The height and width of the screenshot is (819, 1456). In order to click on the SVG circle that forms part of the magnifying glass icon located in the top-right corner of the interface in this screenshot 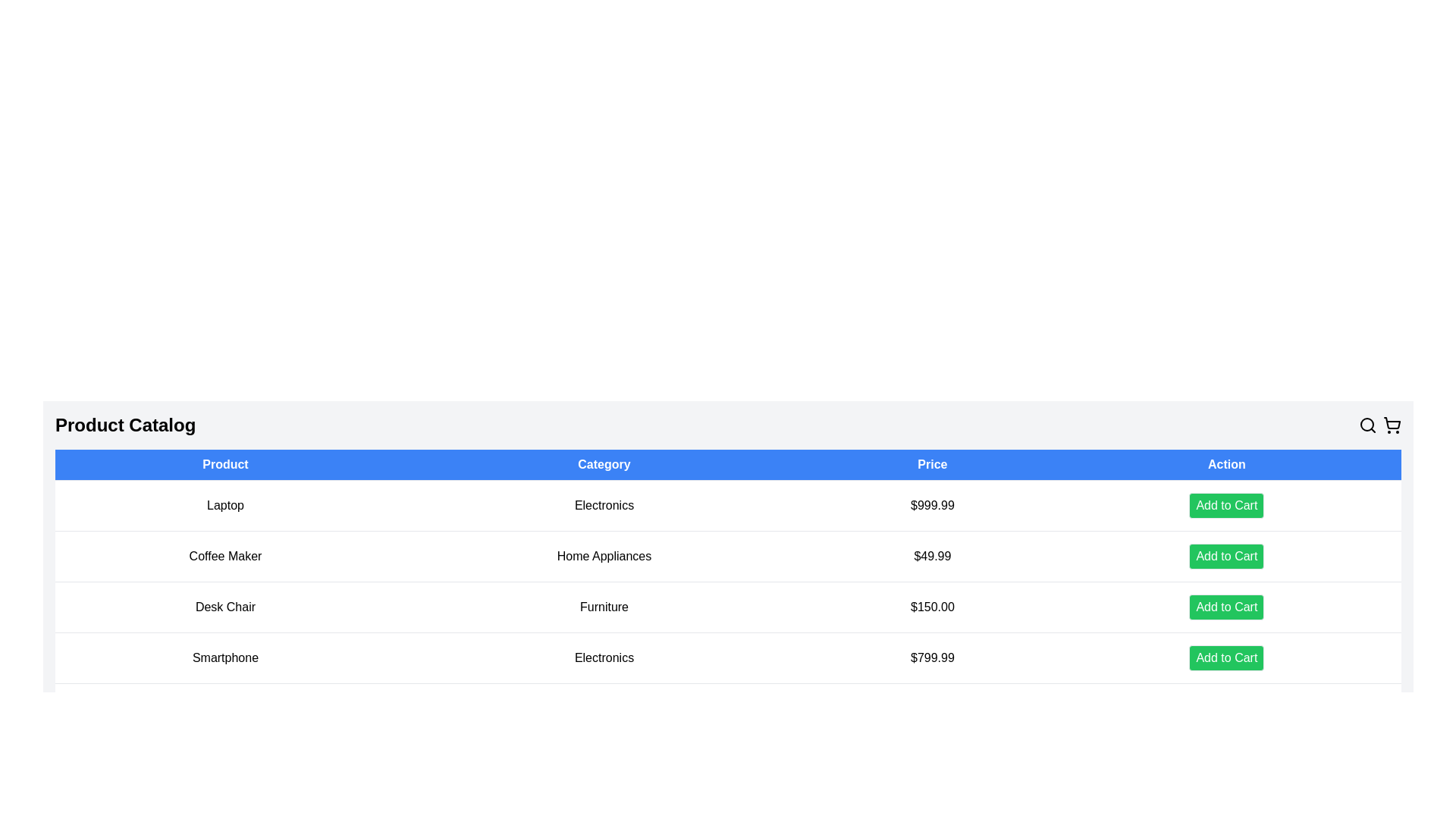, I will do `click(1367, 424)`.